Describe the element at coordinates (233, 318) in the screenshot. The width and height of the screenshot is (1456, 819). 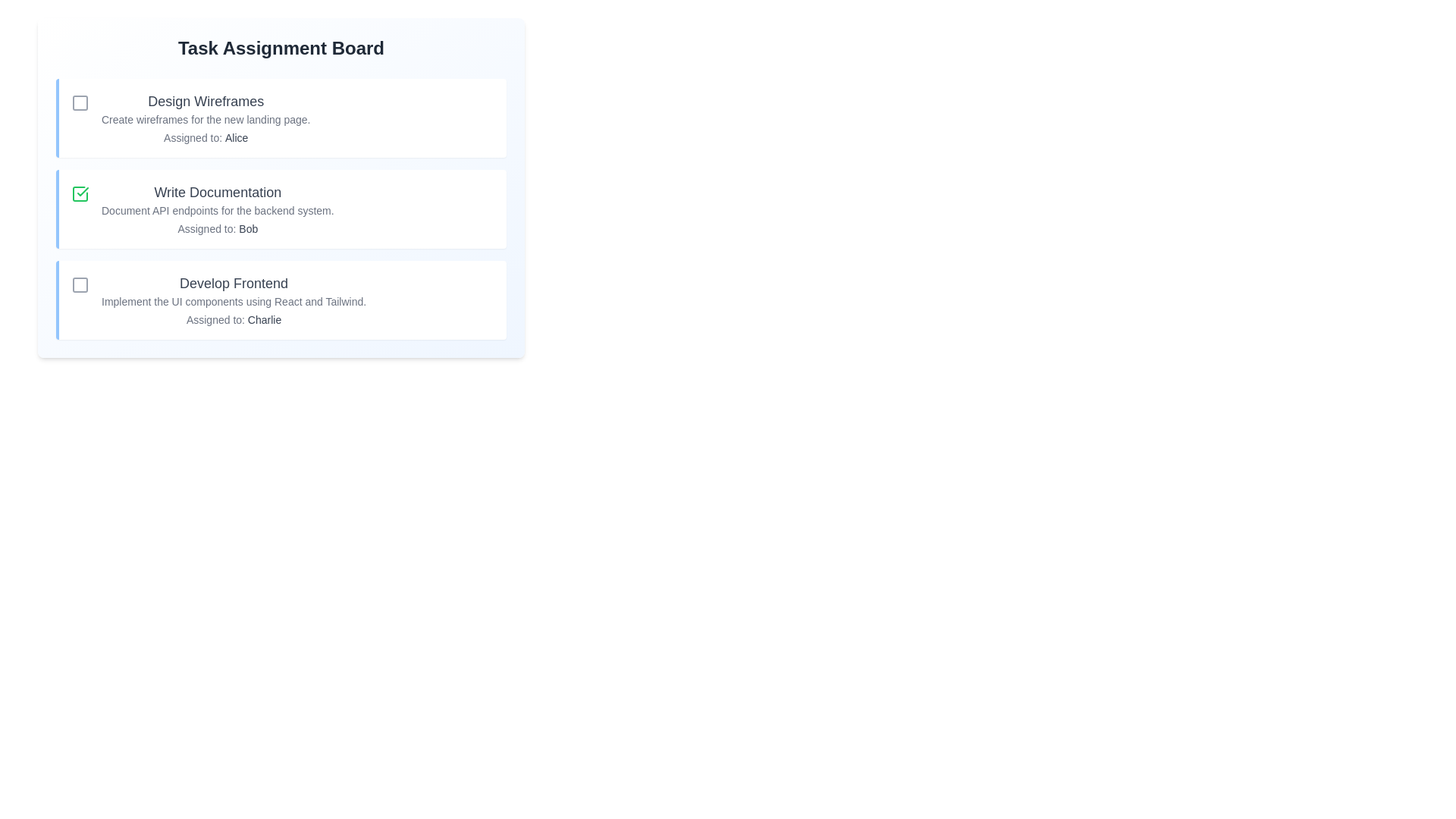
I see `the Text label displaying the assignee 'Charlie' for the 'Develop Frontend' task, located at the bottom of the task card` at that location.